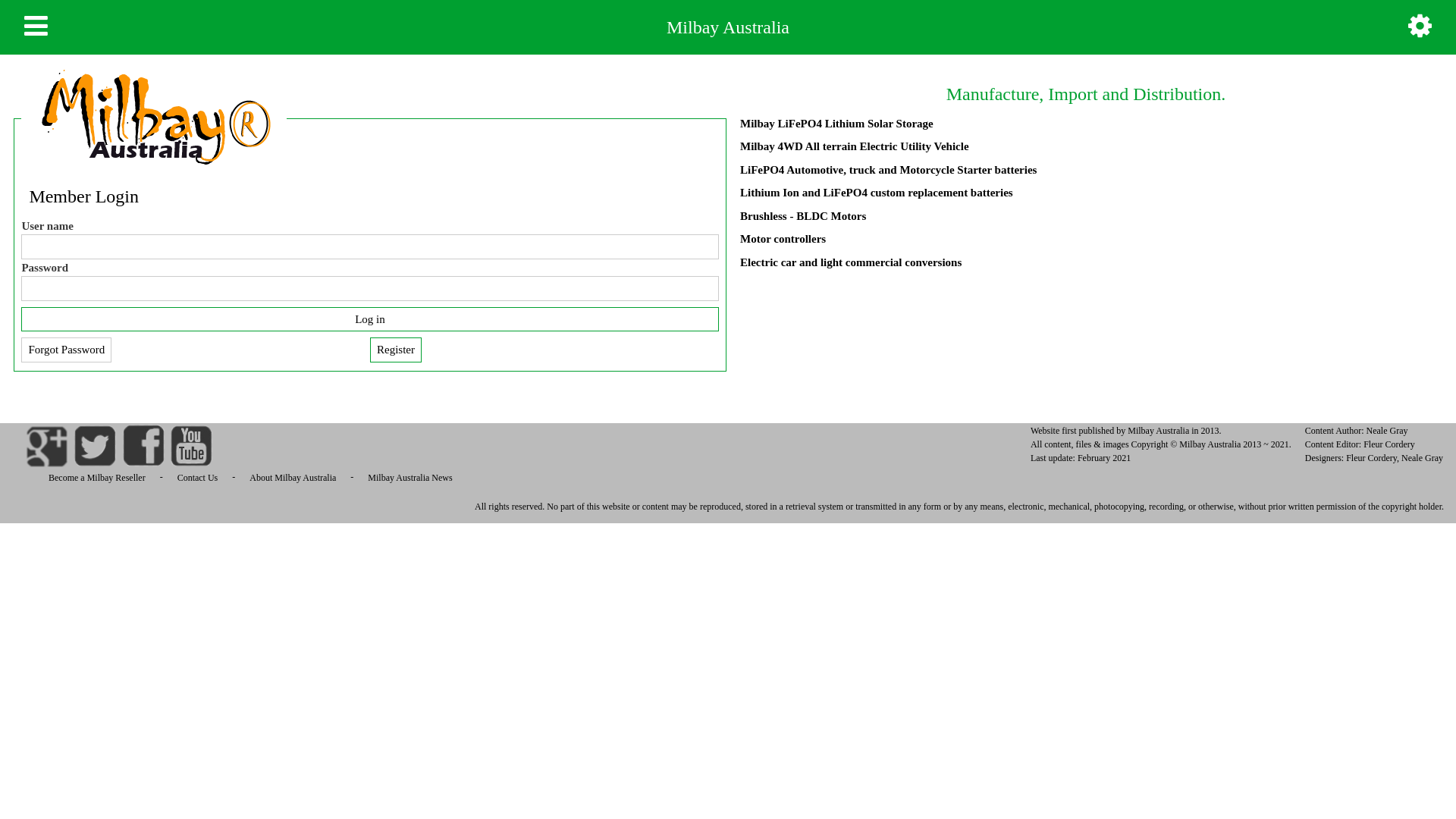  Describe the element at coordinates (236, 476) in the screenshot. I see `'About Milbay Australia'` at that location.